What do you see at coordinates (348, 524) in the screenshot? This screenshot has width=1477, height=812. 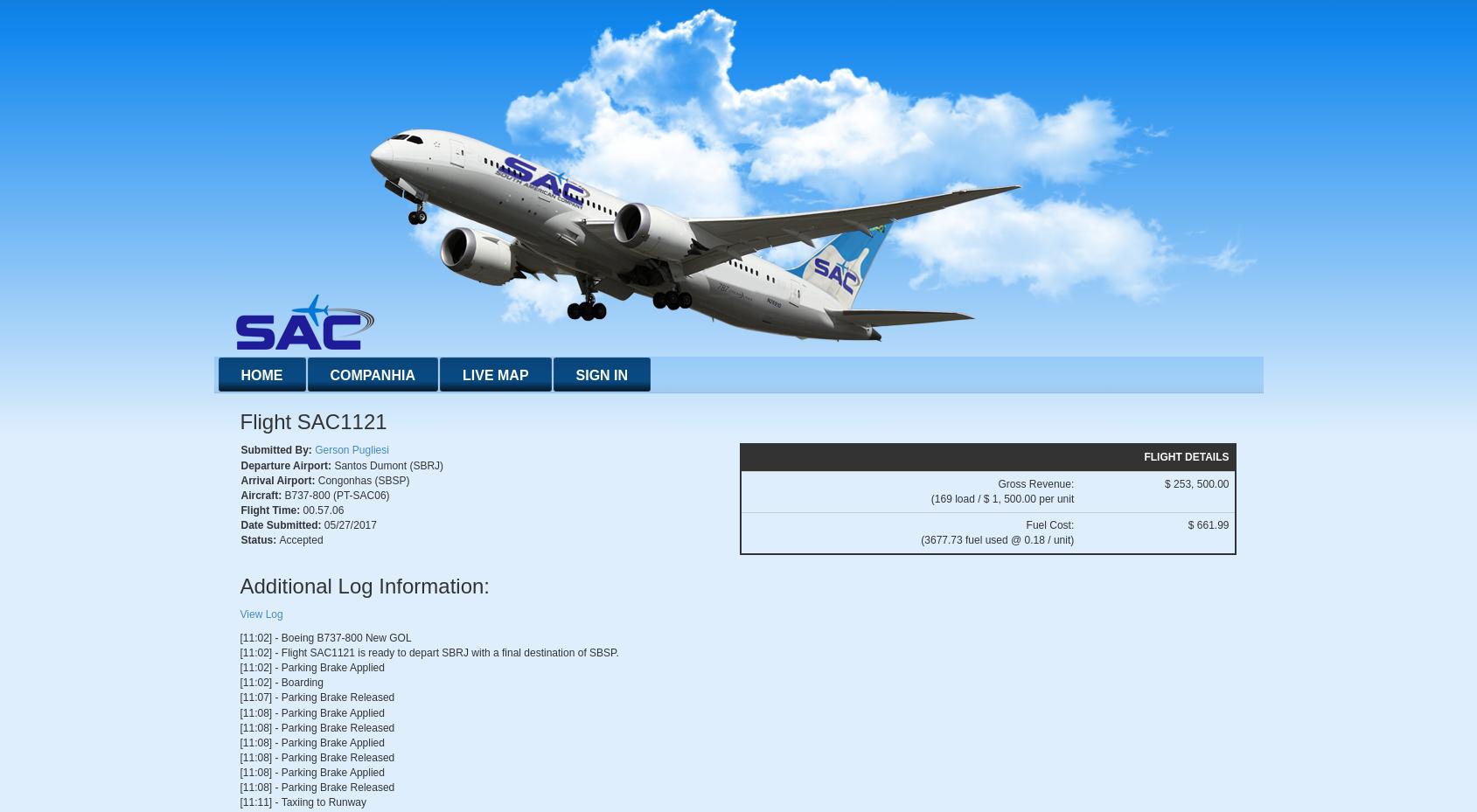 I see `'05/27/2017'` at bounding box center [348, 524].